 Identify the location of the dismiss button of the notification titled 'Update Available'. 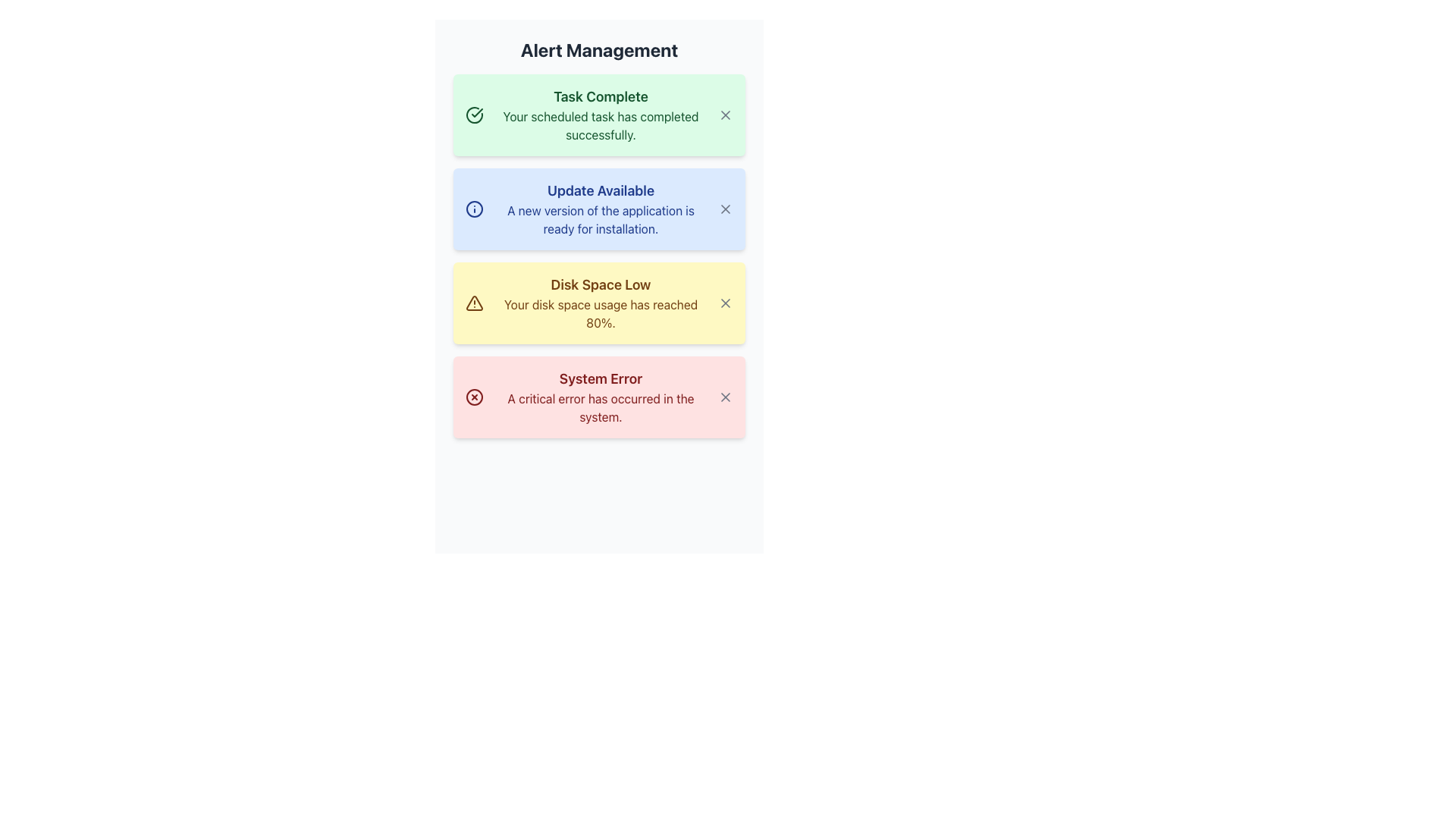
(724, 209).